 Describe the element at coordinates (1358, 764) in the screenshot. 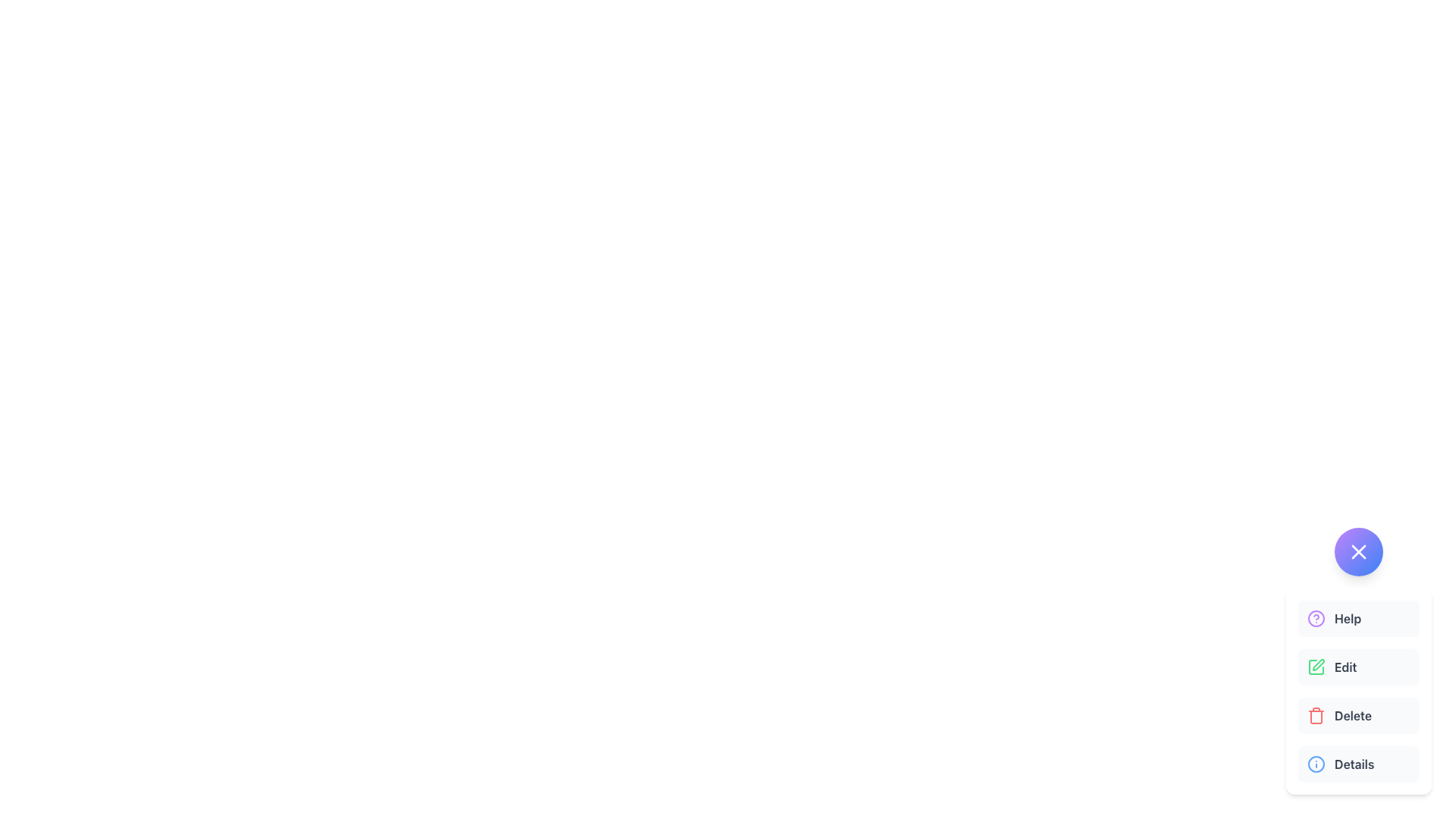

I see `the 'Details' button located at the bottom of a vertically aligned list of options` at that location.